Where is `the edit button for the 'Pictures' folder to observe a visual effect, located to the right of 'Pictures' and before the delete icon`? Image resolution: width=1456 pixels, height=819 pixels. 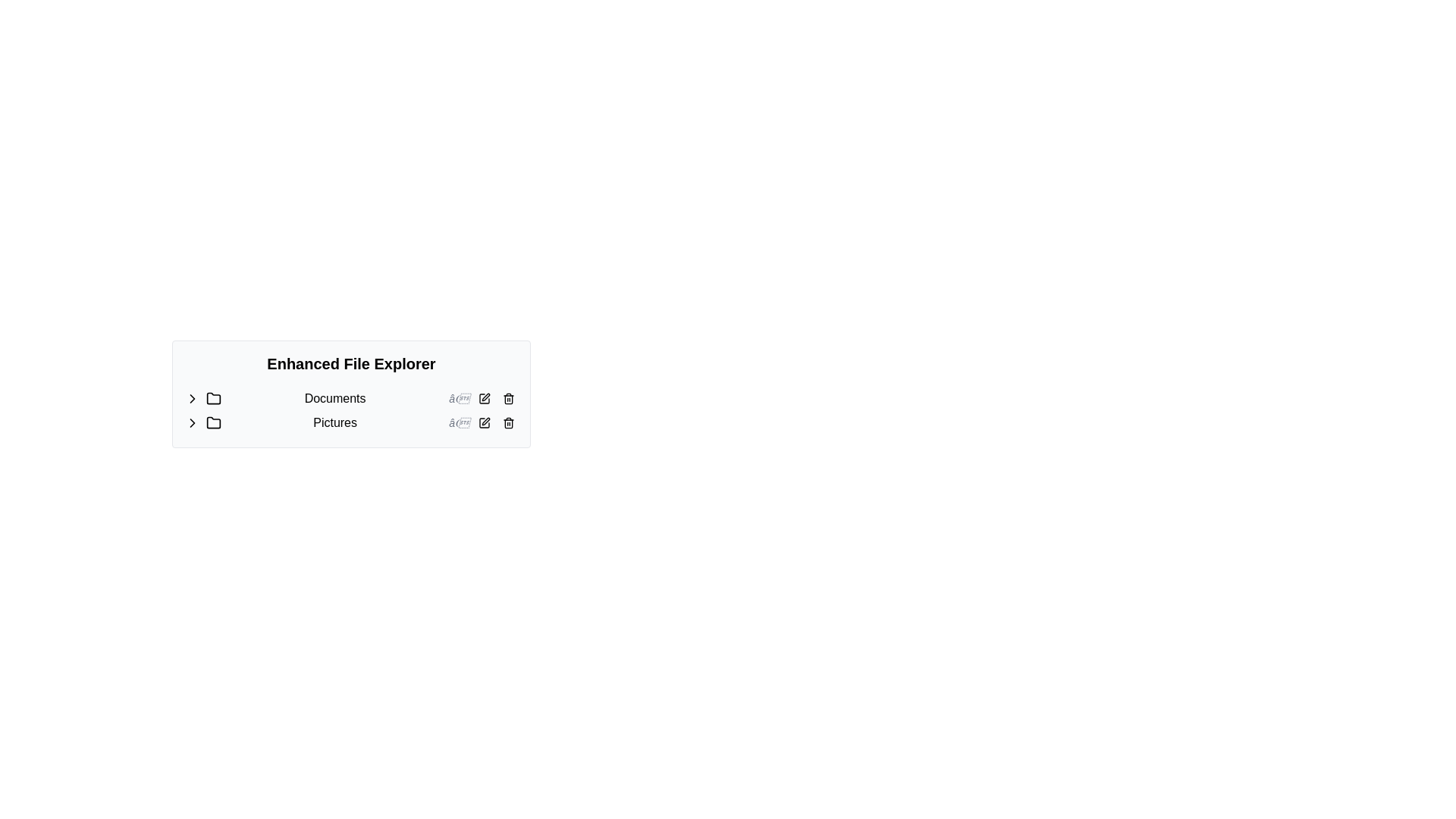 the edit button for the 'Pictures' folder to observe a visual effect, located to the right of 'Pictures' and before the delete icon is located at coordinates (483, 423).